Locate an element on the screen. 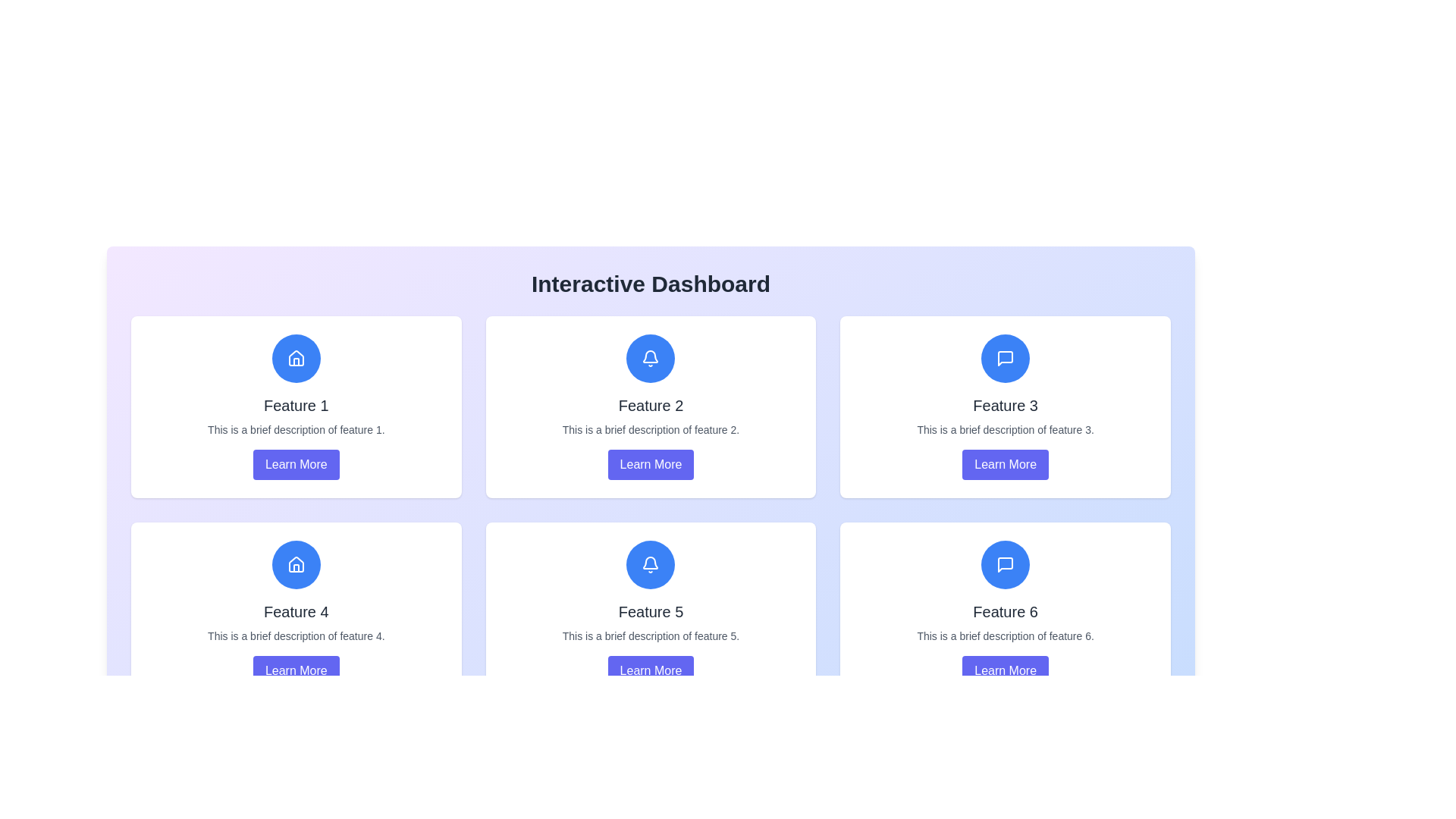 This screenshot has height=819, width=1456. the 'Learn More' button, which is a rectangular button with white text on an indigo blue background, located within the 'Feature 5' card layout is located at coordinates (651, 670).